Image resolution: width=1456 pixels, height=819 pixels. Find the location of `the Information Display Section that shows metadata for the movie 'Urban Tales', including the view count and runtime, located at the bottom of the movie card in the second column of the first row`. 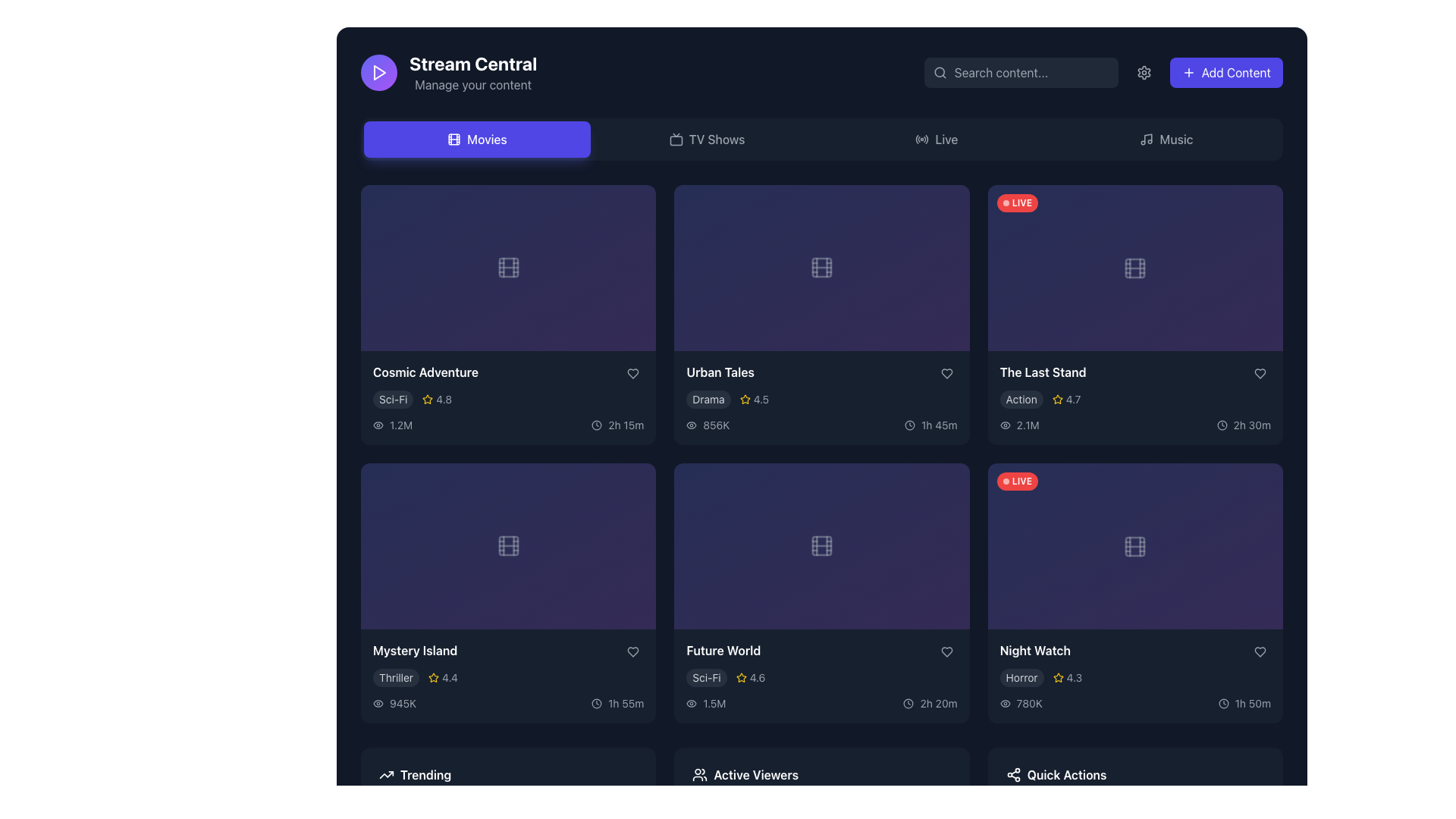

the Information Display Section that shows metadata for the movie 'Urban Tales', including the view count and runtime, located at the bottom of the movie card in the second column of the first row is located at coordinates (821, 425).